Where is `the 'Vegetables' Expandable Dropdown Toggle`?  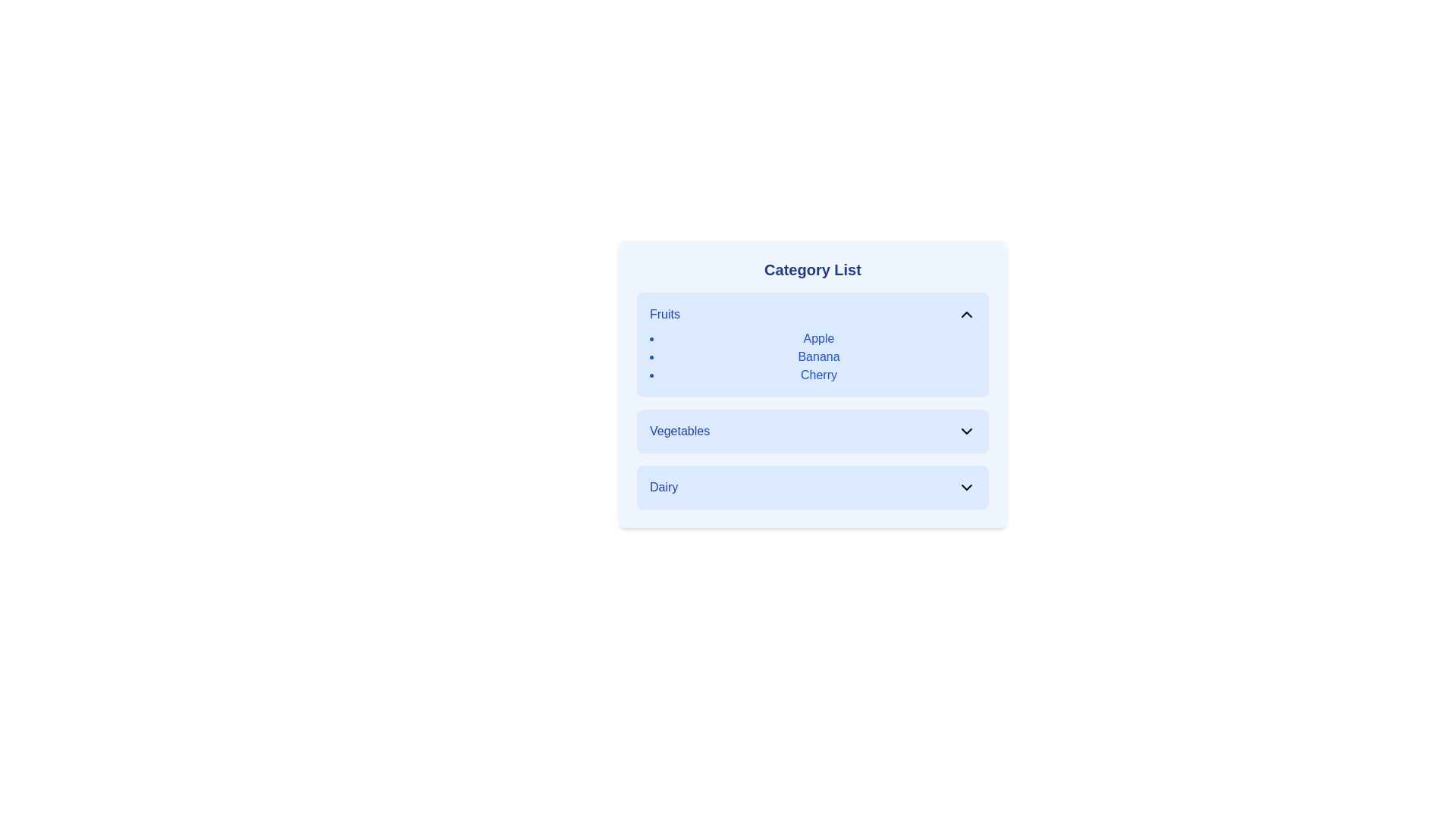 the 'Vegetables' Expandable Dropdown Toggle is located at coordinates (811, 431).